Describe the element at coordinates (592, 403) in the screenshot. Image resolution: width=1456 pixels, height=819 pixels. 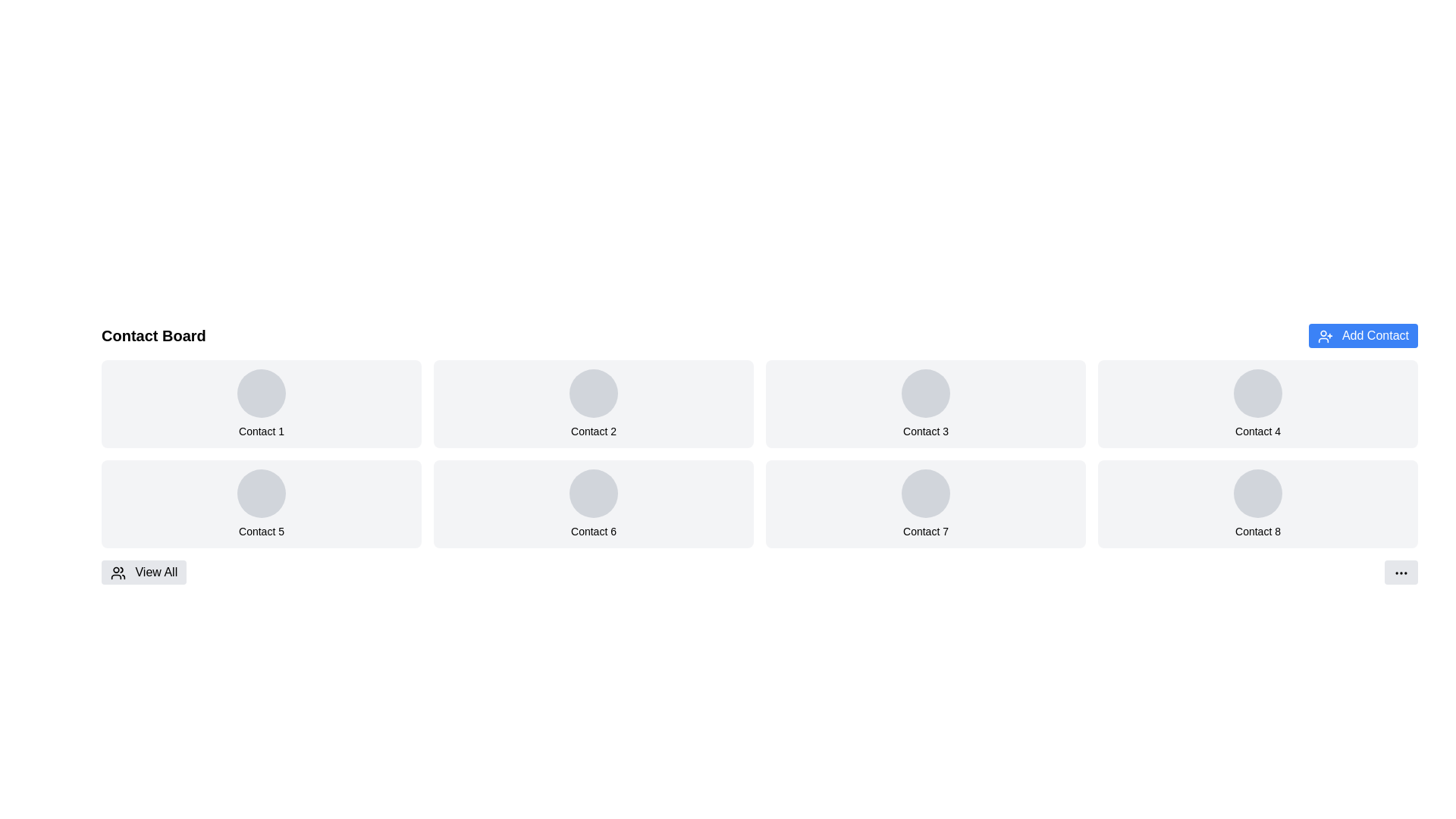
I see `the second card in the upper row of a 4x2 grid layout, which represents a contact's details, located between 'Contact 1' and 'Contact 3'` at that location.